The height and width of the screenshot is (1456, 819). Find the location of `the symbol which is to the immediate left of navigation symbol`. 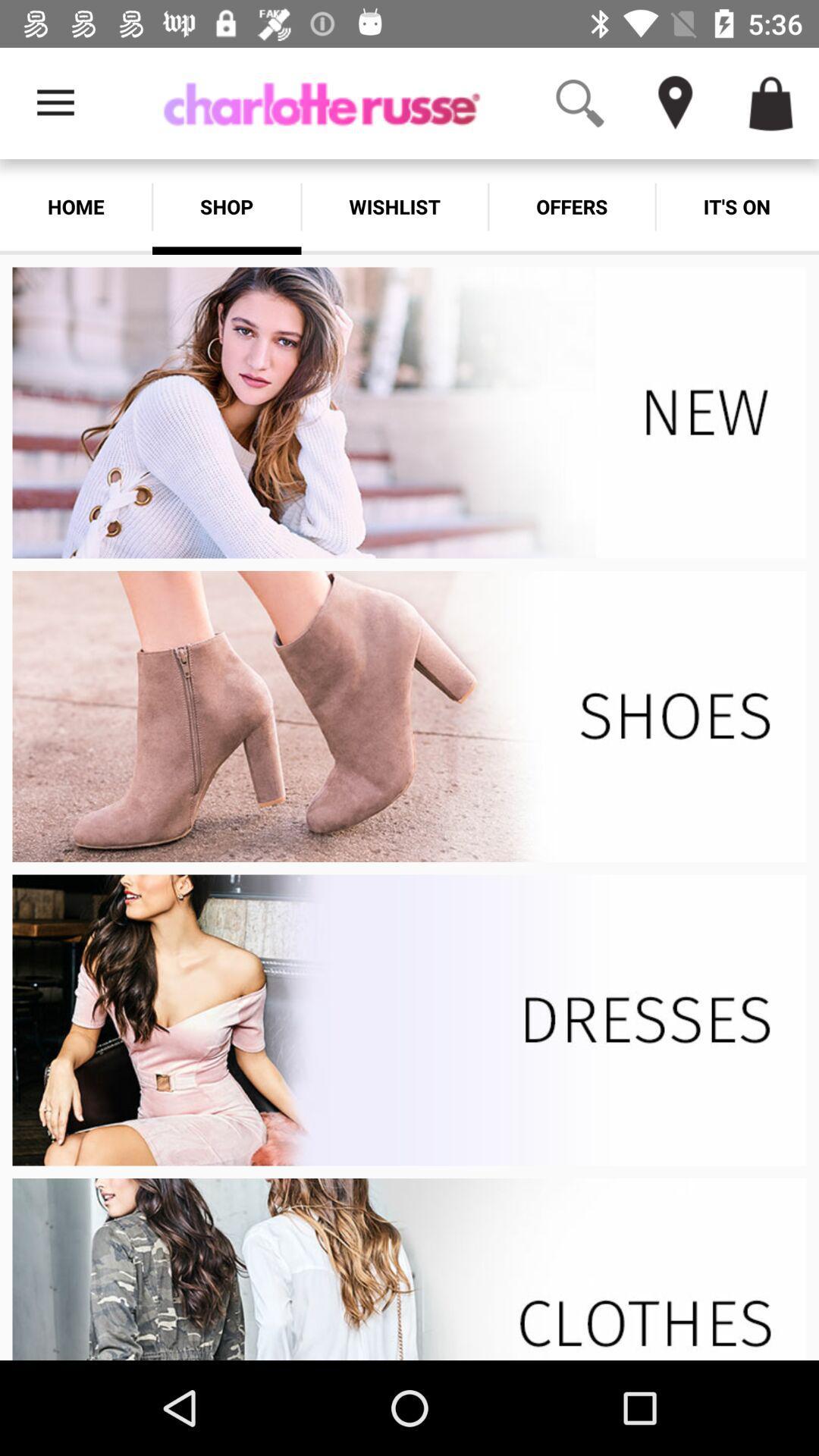

the symbol which is to the immediate left of navigation symbol is located at coordinates (579, 103).